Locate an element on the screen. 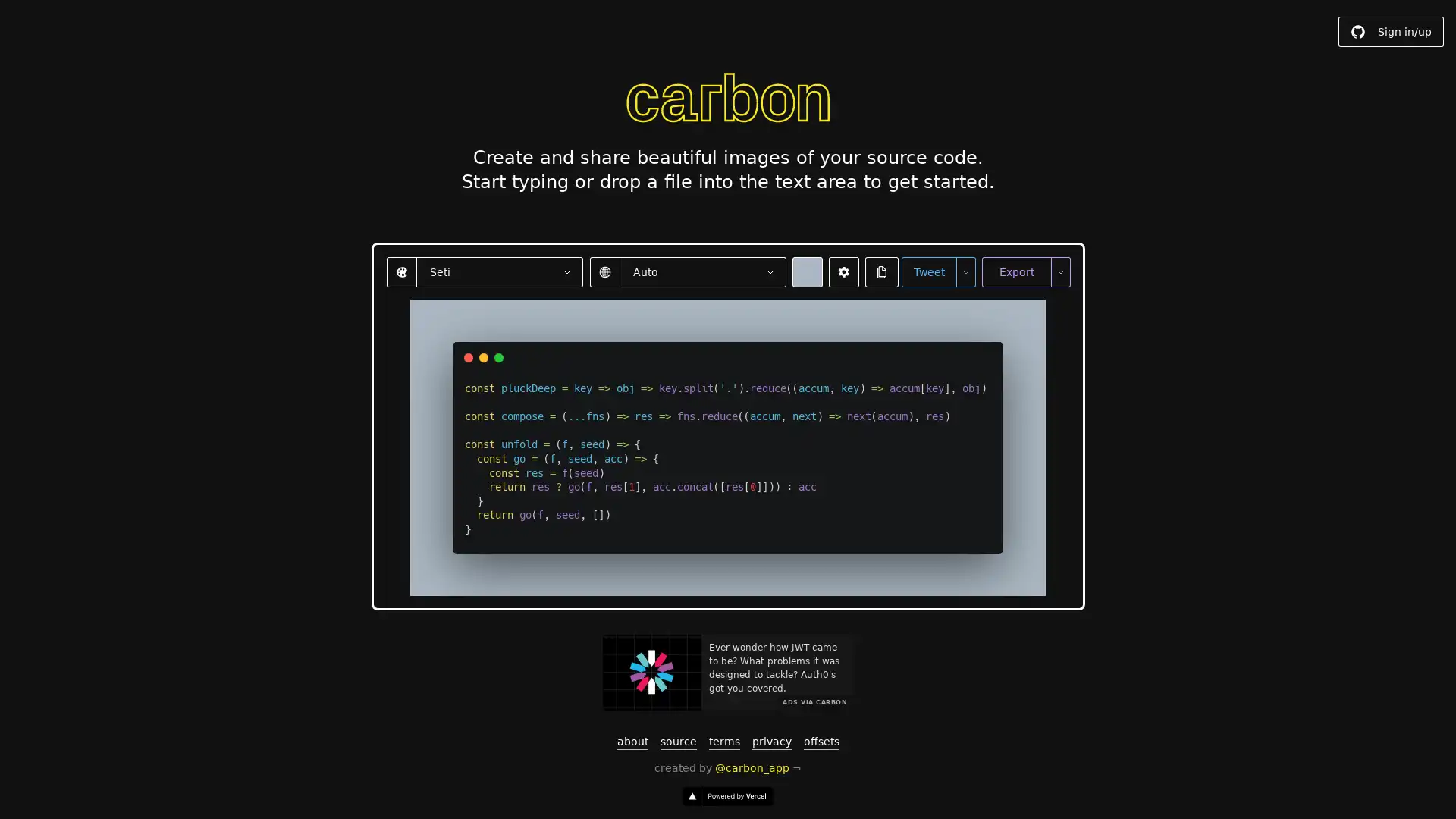 The width and height of the screenshot is (1456, 819). Background Menu is located at coordinates (806, 271).